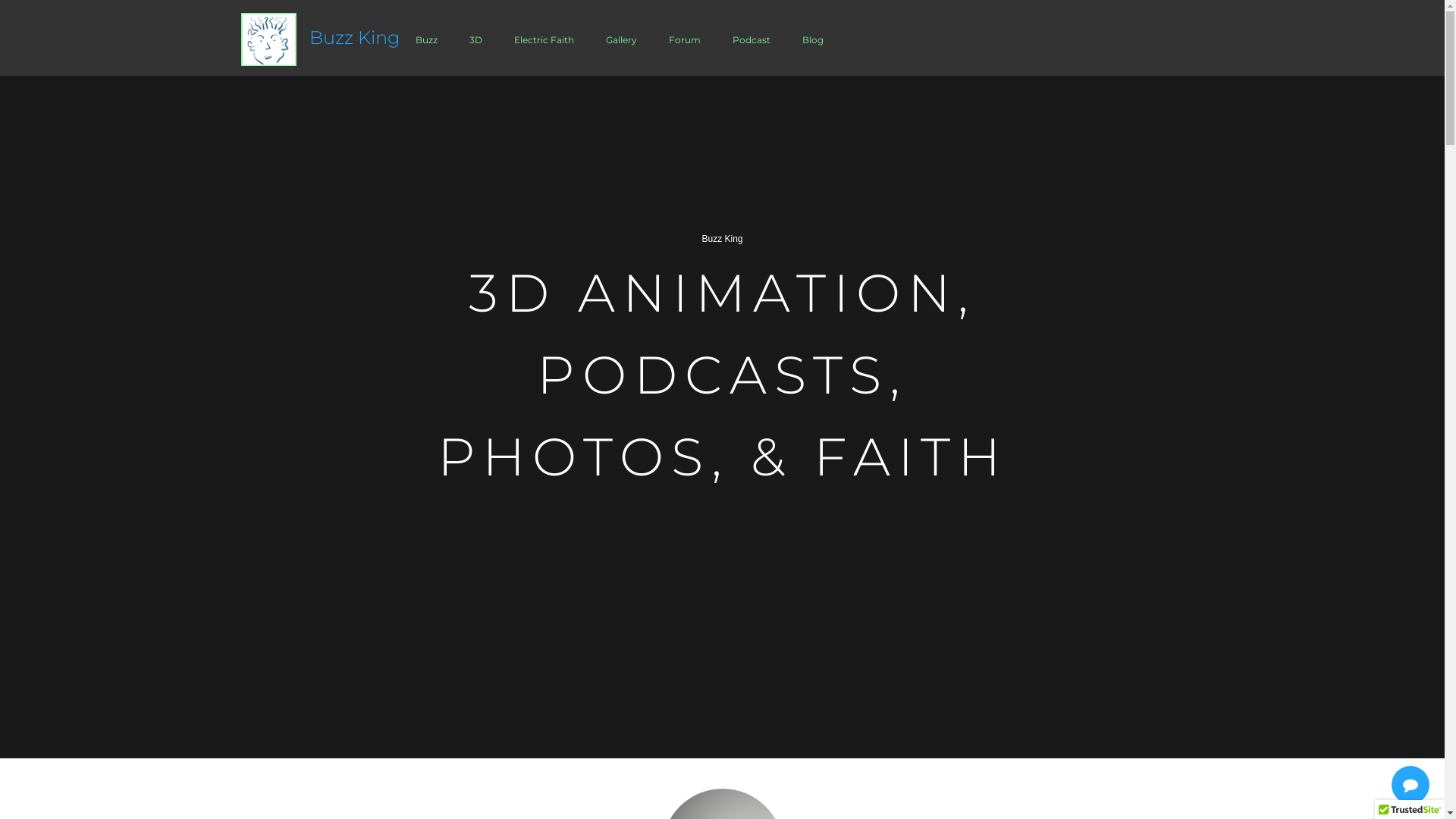 Image resolution: width=1456 pixels, height=819 pixels. Describe the element at coordinates (654, 39) in the screenshot. I see `'Forum'` at that location.